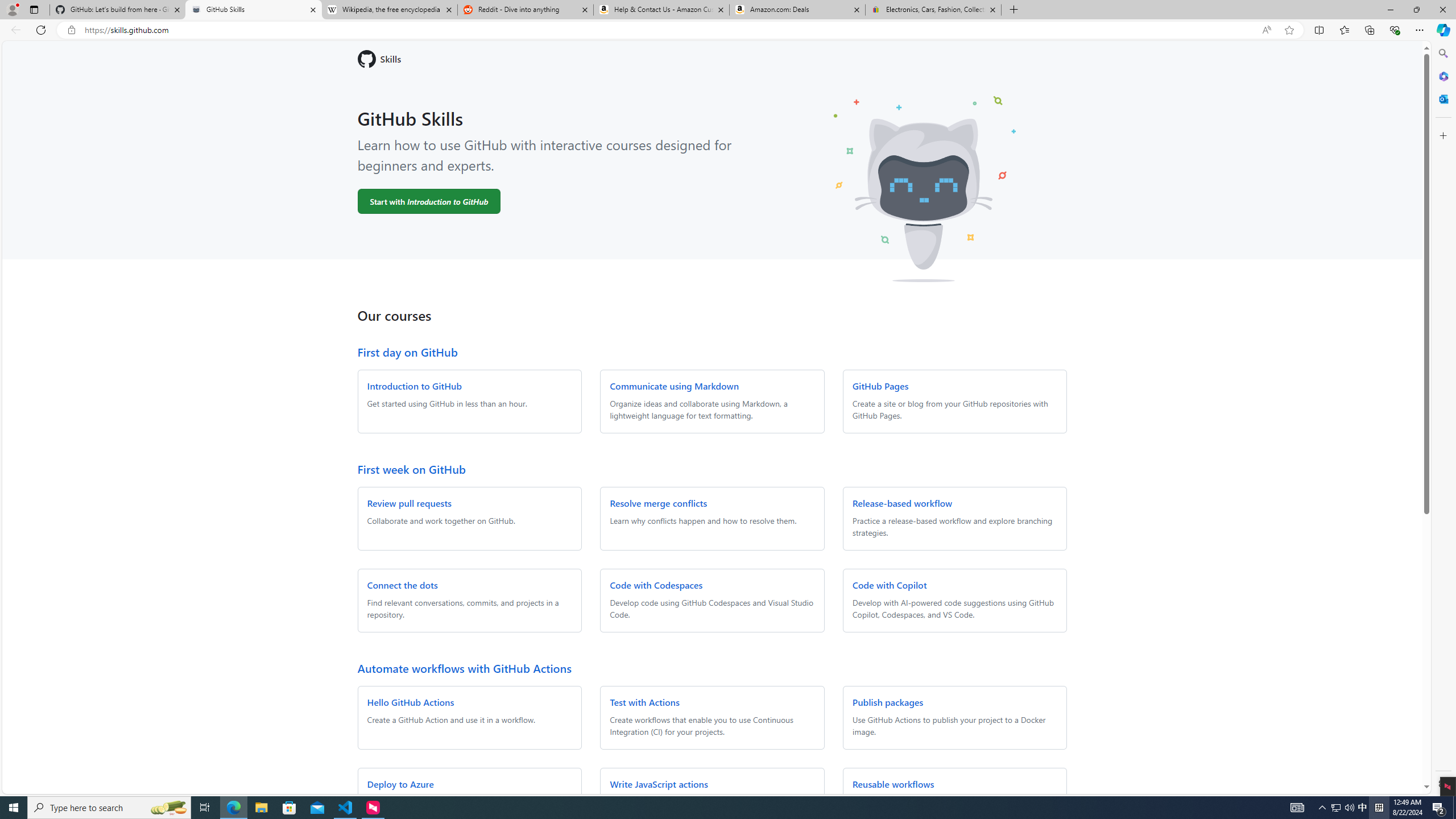 The width and height of the screenshot is (1456, 819). I want to click on 'Introduction to GitHub', so click(413, 385).